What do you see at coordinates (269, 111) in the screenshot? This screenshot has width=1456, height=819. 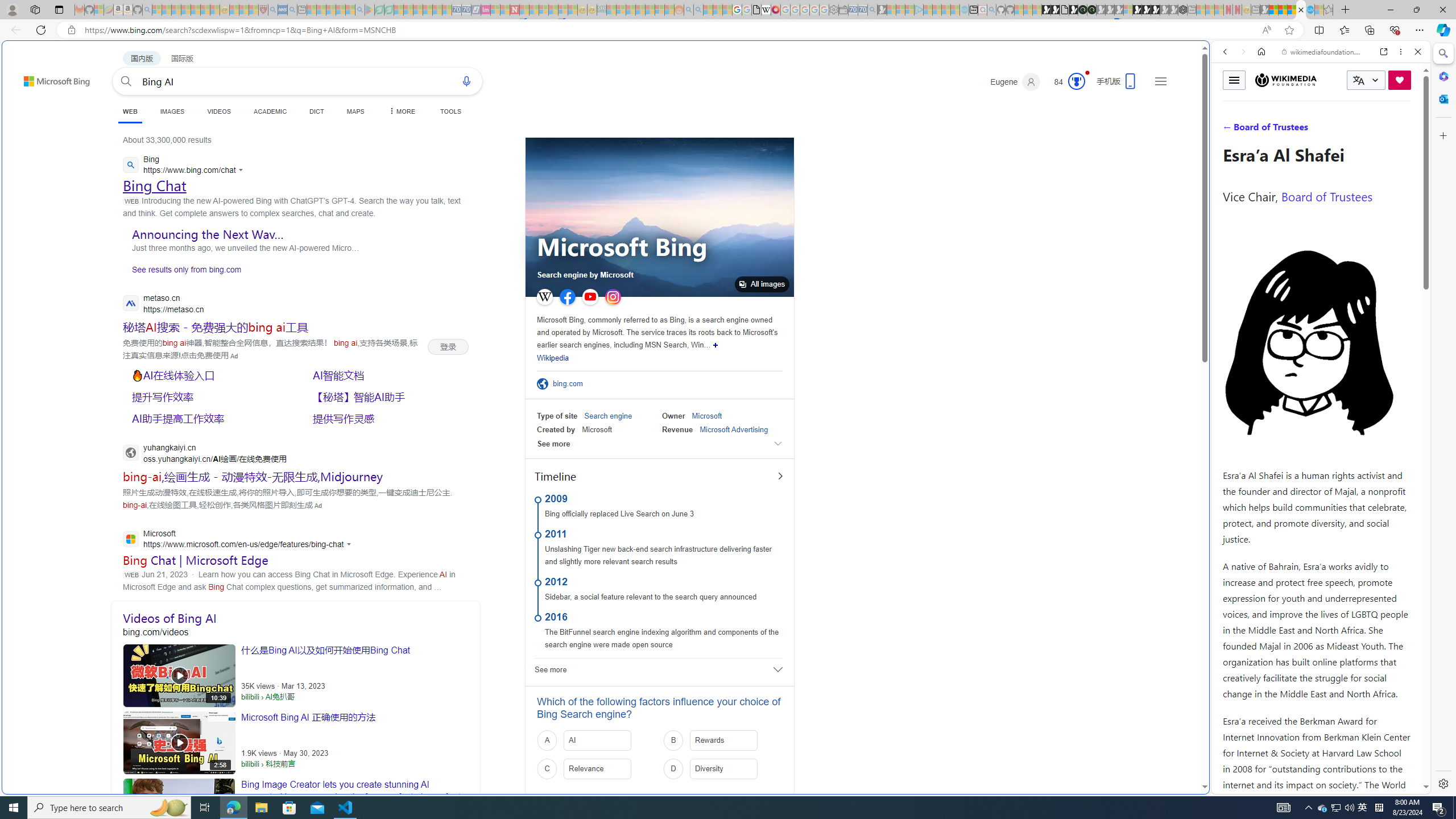 I see `'ACADEMIC'` at bounding box center [269, 111].